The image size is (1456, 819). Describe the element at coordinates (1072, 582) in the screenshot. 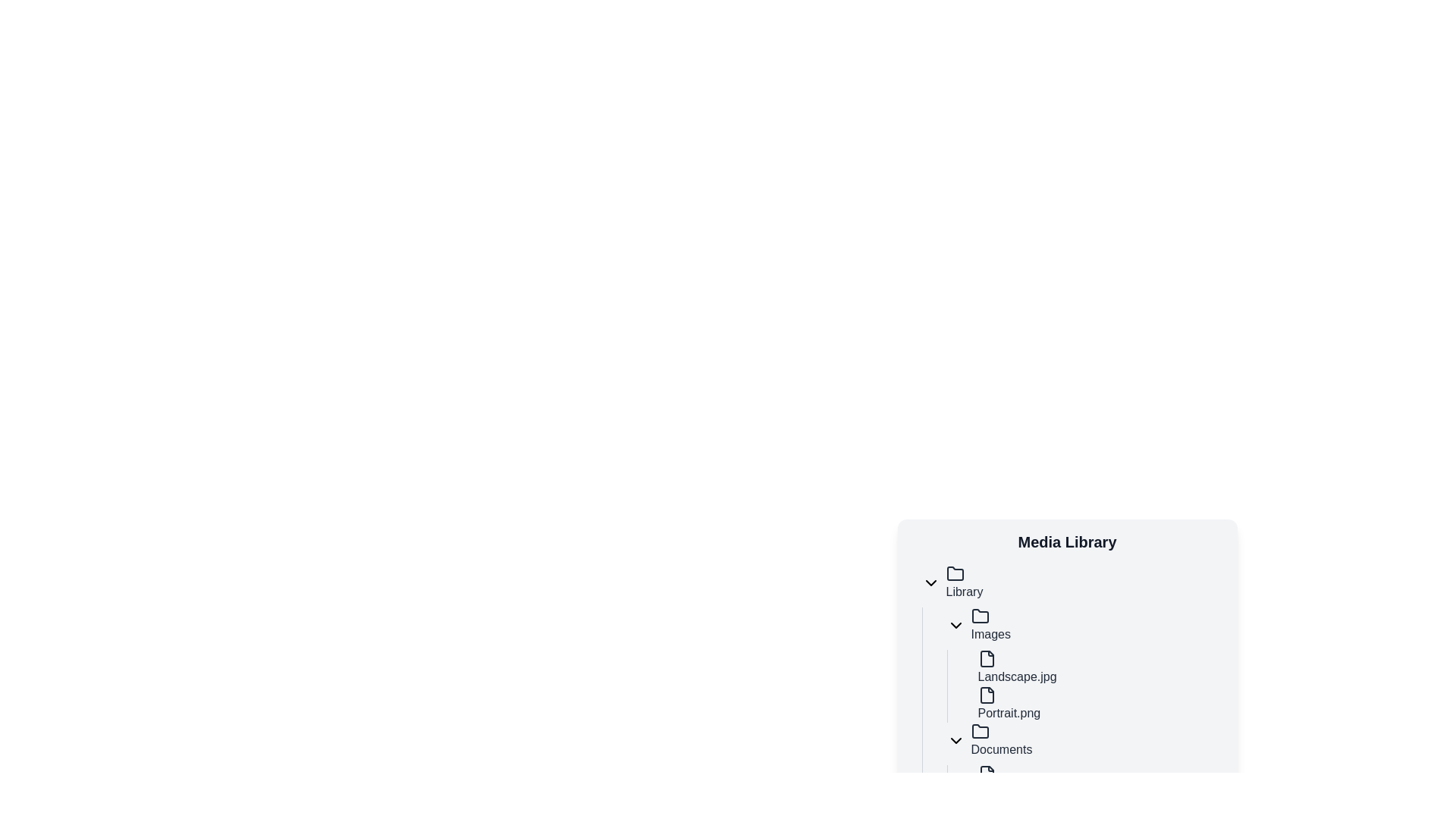

I see `the expandable folder item located at the top of the Media Library list` at that location.